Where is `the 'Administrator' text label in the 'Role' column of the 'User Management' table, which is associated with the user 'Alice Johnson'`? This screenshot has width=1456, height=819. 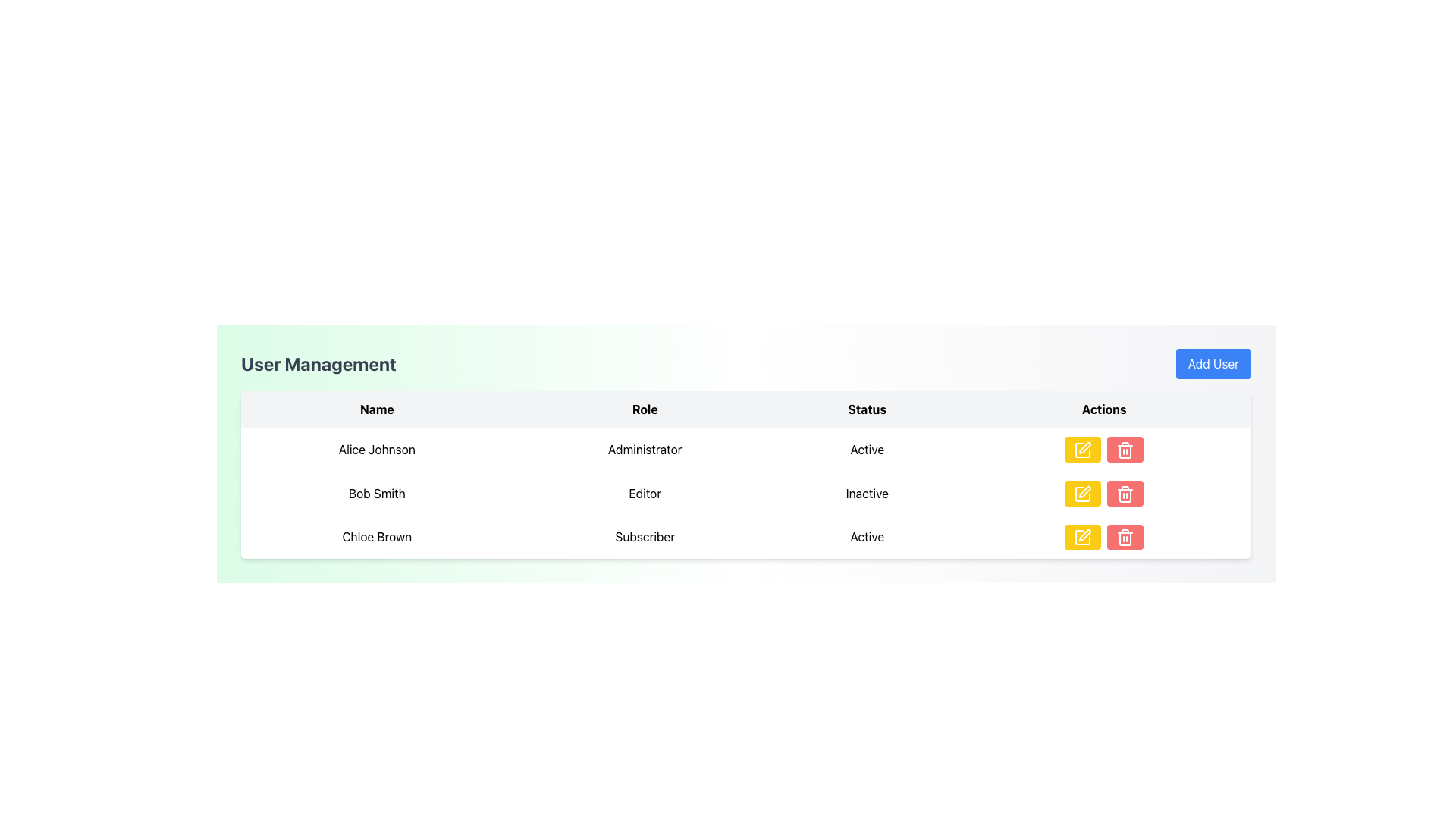 the 'Administrator' text label in the 'Role' column of the 'User Management' table, which is associated with the user 'Alice Johnson' is located at coordinates (645, 448).